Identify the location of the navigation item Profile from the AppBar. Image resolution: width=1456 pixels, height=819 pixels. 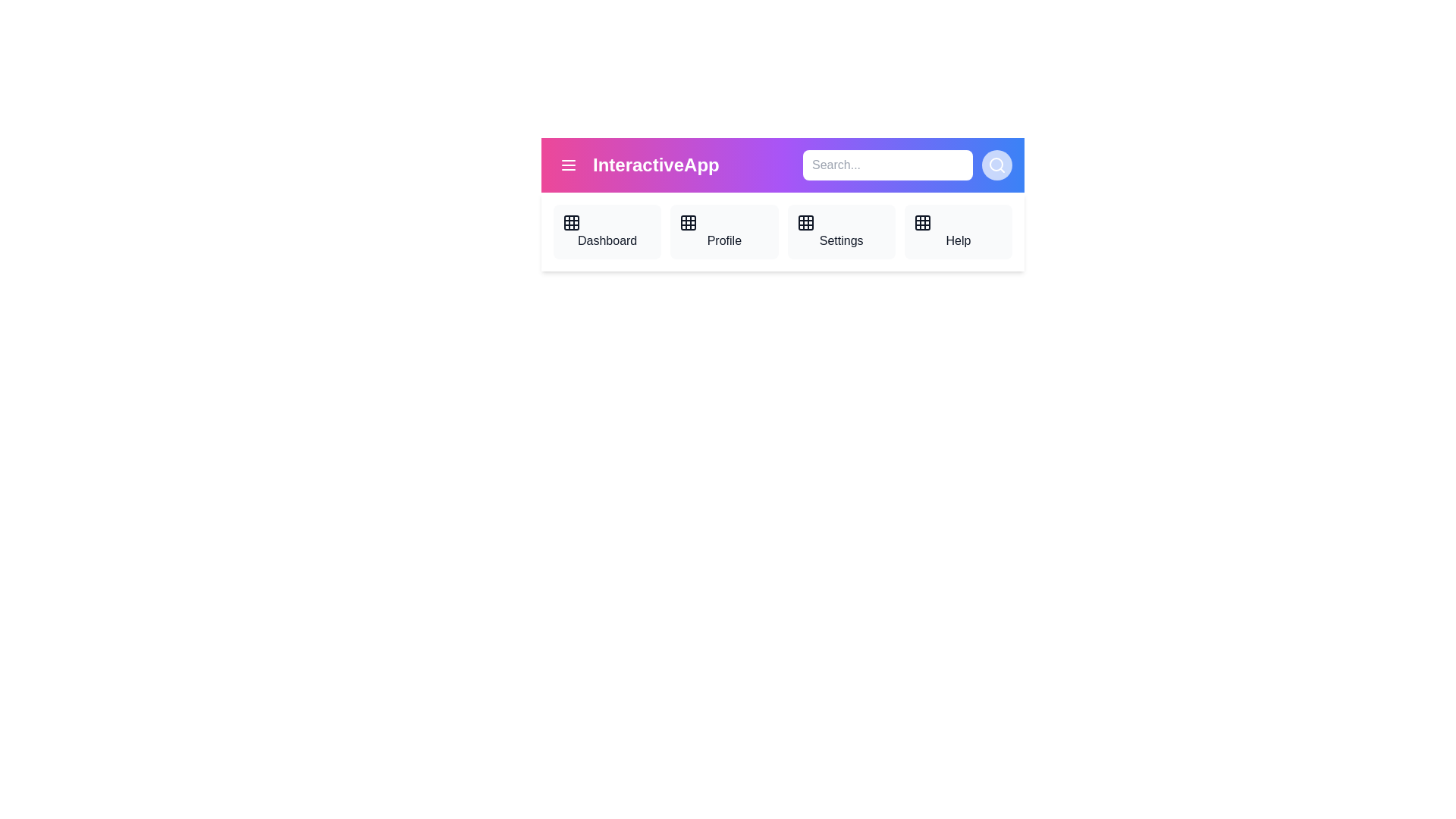
(723, 231).